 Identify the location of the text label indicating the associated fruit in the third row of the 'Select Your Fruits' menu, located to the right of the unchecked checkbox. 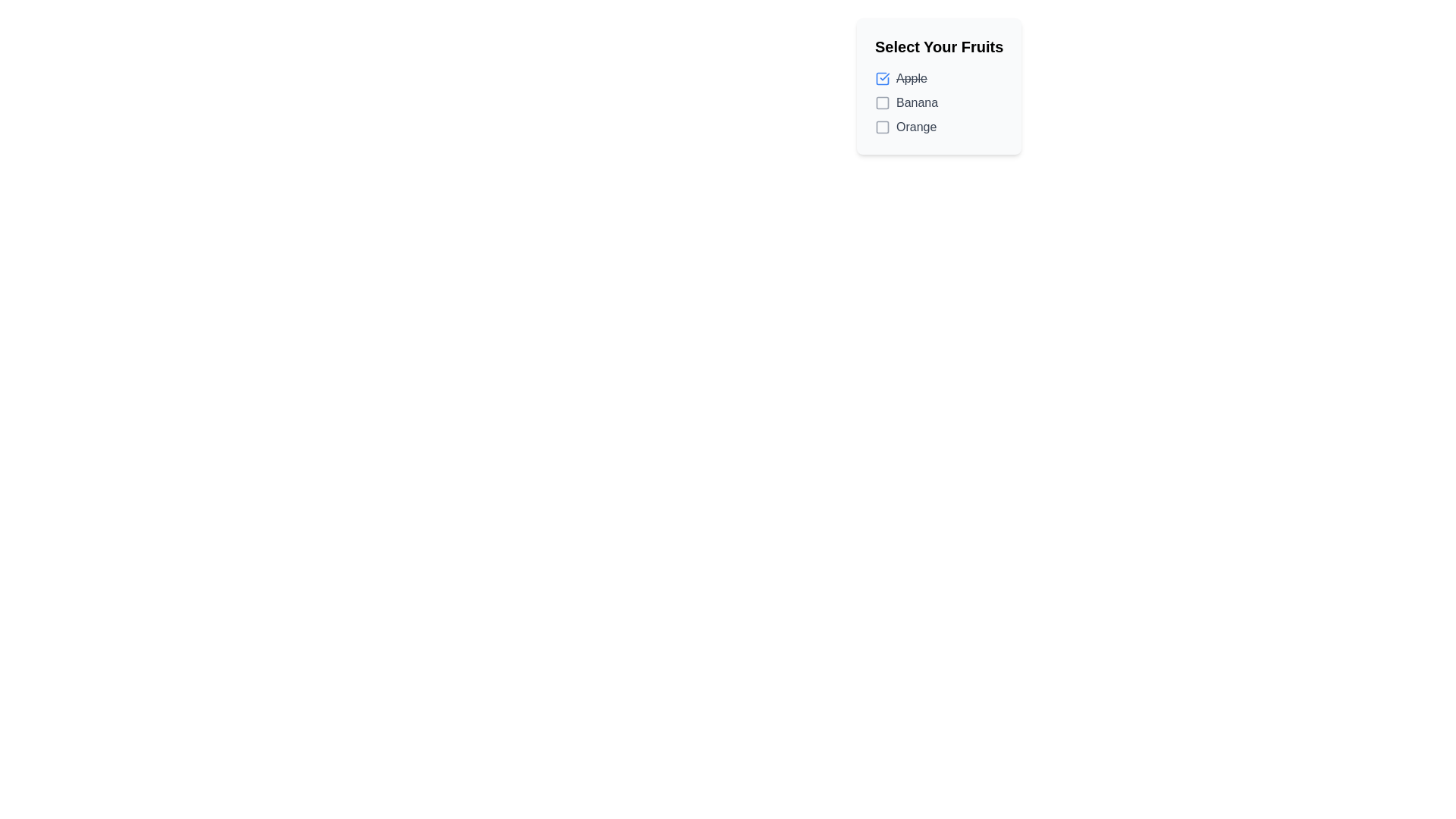
(915, 127).